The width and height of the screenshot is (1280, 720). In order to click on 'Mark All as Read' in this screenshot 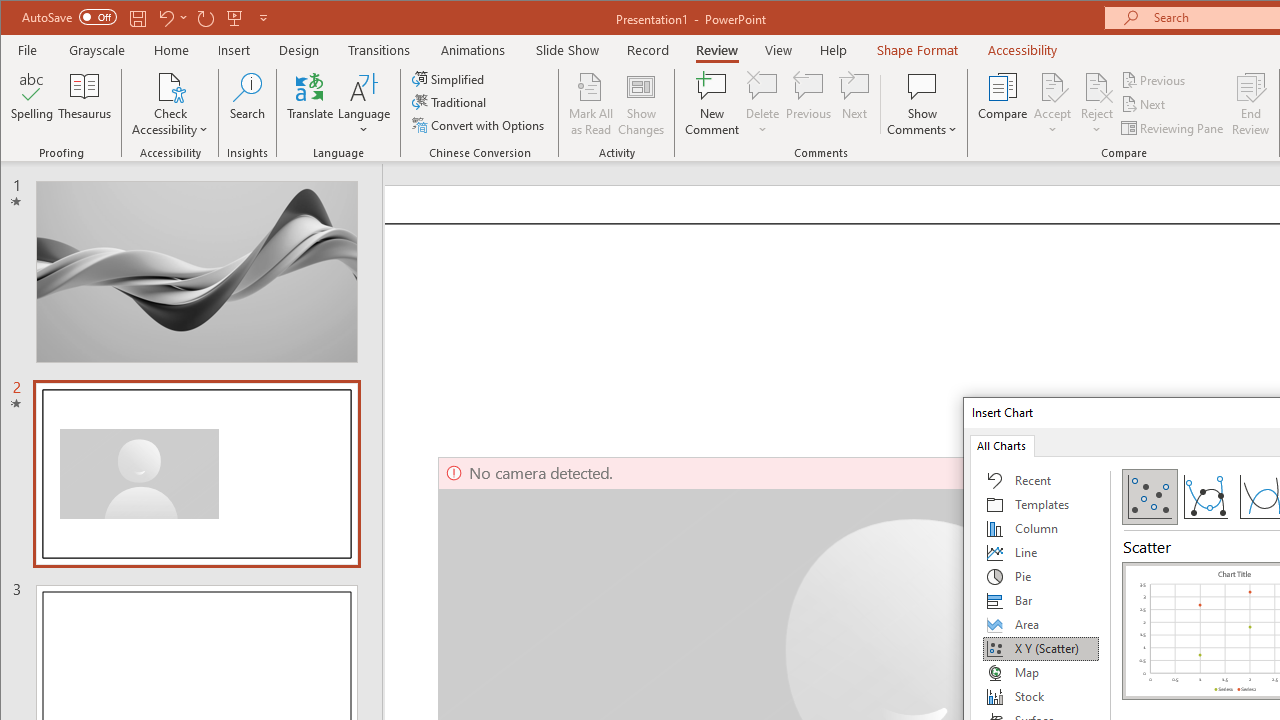, I will do `click(590, 104)`.